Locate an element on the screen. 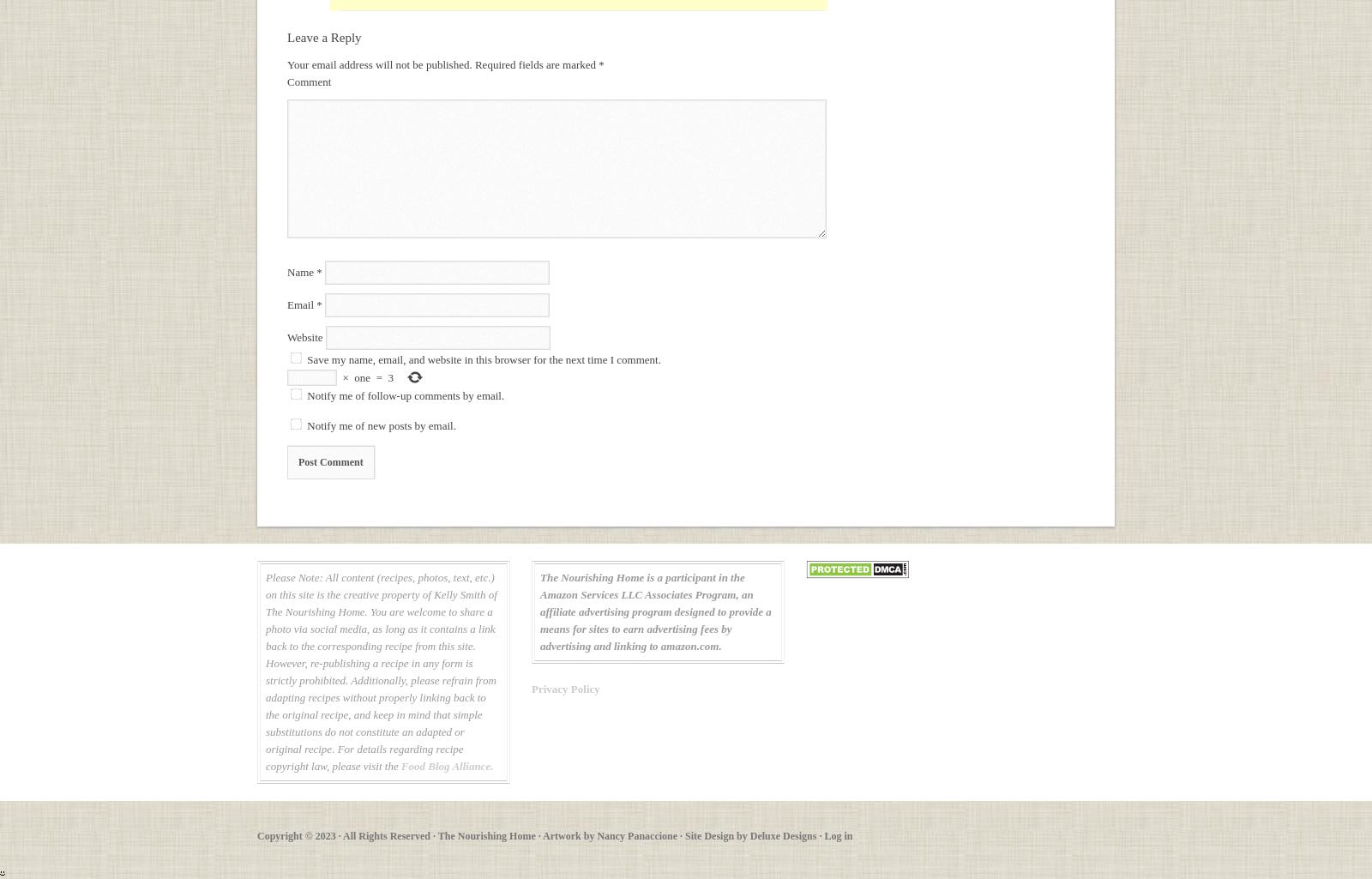 The height and width of the screenshot is (879, 1372). 'Email' is located at coordinates (287, 304).